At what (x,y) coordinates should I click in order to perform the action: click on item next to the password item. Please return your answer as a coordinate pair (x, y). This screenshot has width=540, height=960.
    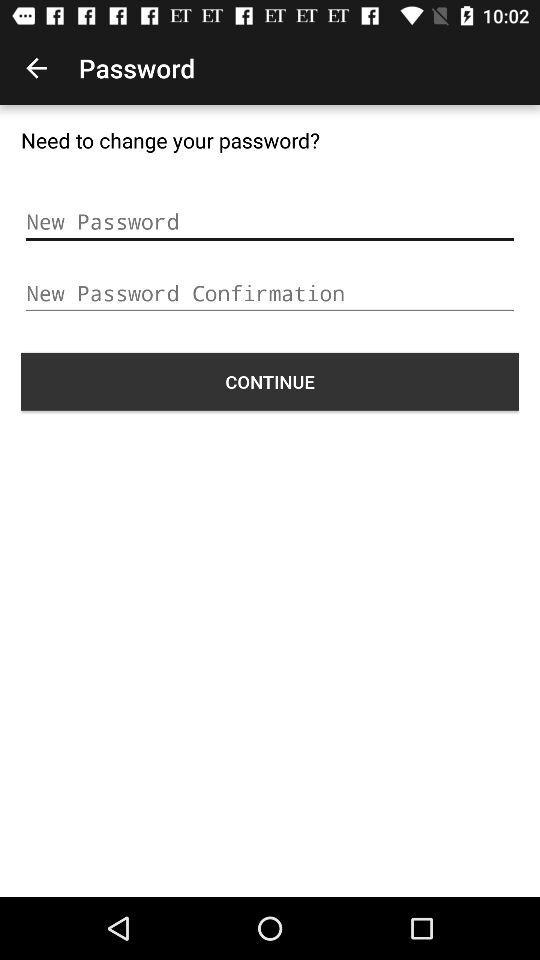
    Looking at the image, I should click on (36, 68).